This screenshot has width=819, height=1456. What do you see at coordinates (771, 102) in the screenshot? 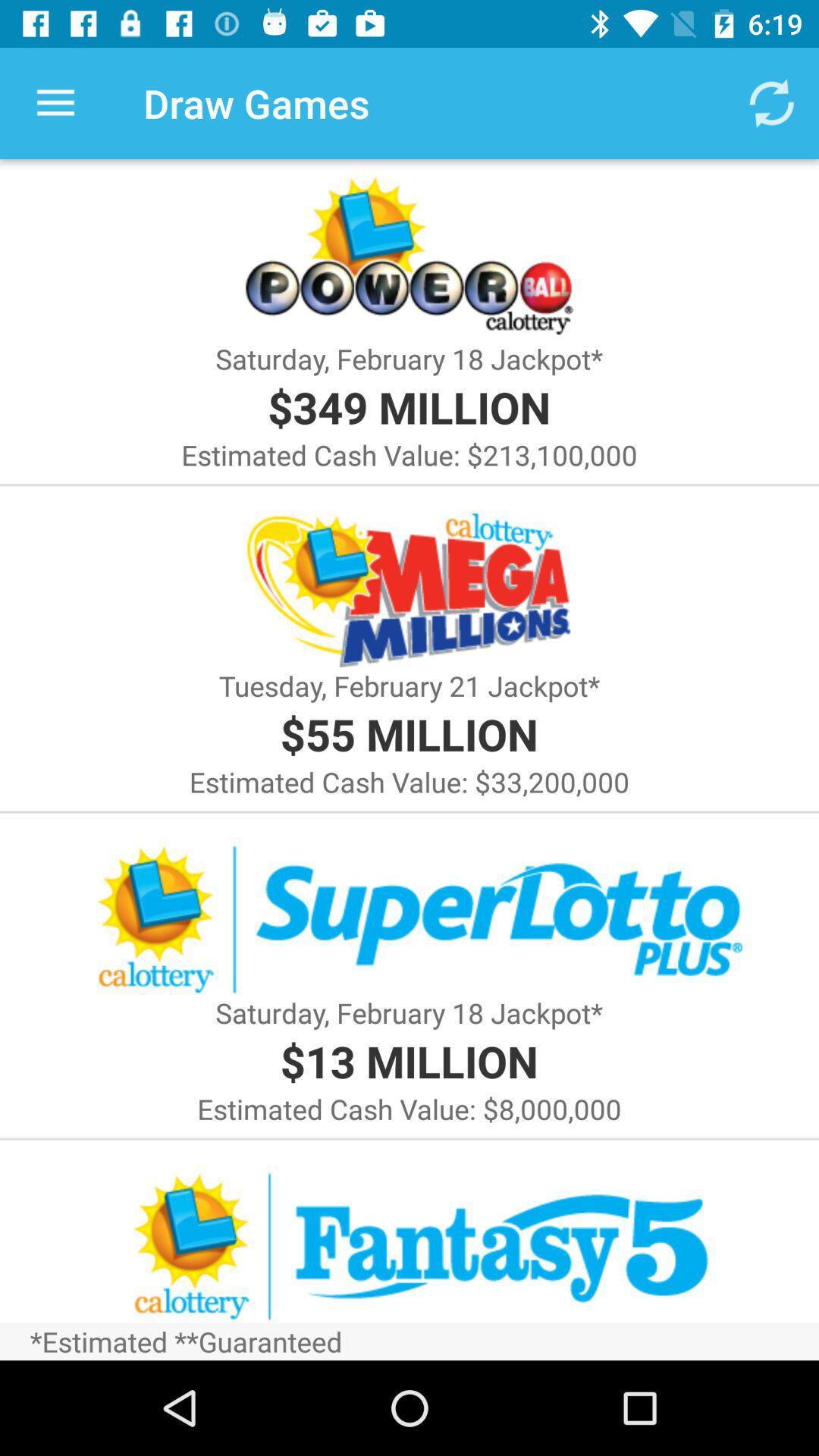
I see `the app next to the draw games icon` at bounding box center [771, 102].